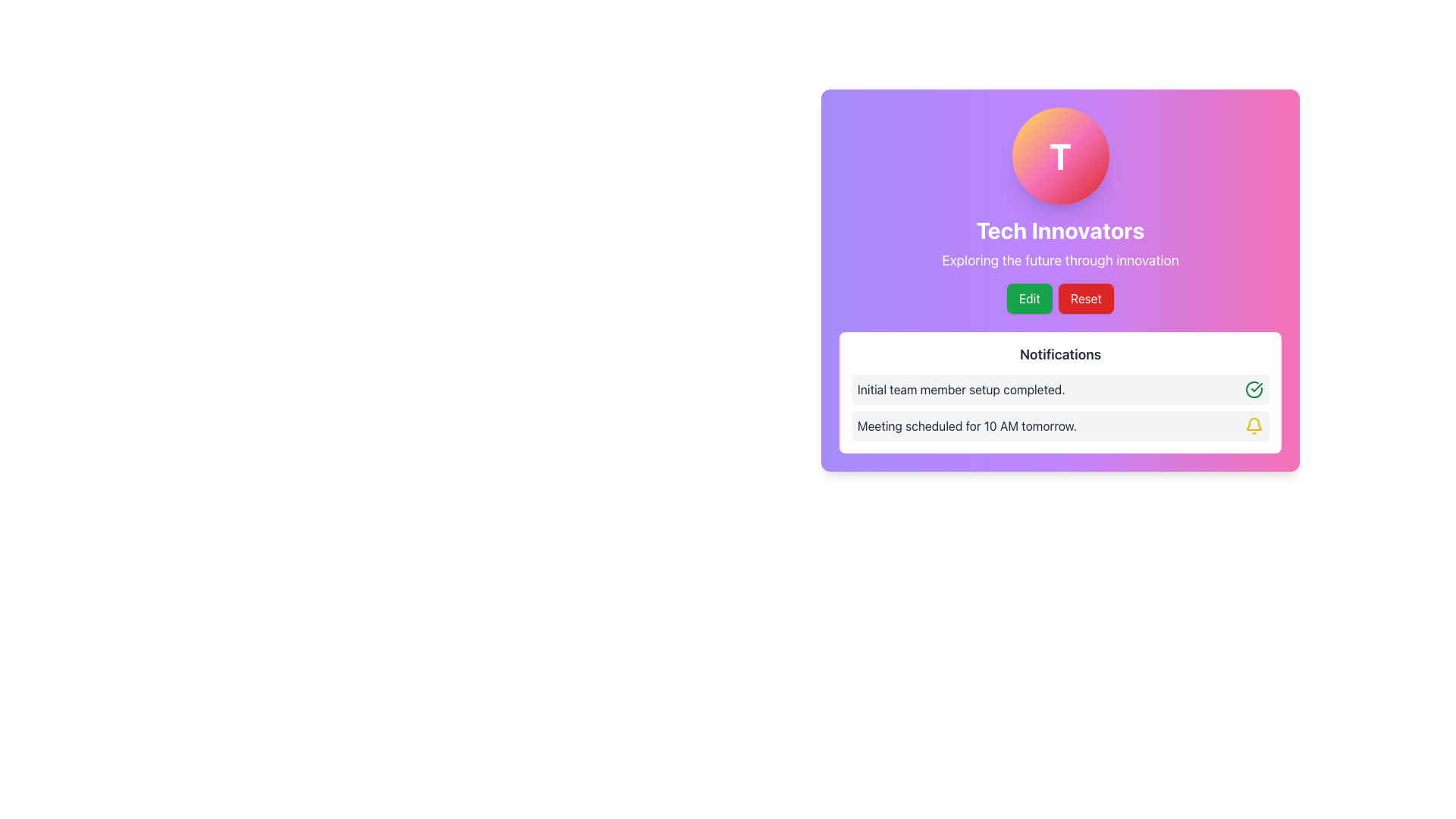  What do you see at coordinates (1059, 231) in the screenshot?
I see `the text label that serves as the title or header, located below a circular gradient icon with the letter 'T' and above the descriptor text 'Exploring the future through innovation'` at bounding box center [1059, 231].